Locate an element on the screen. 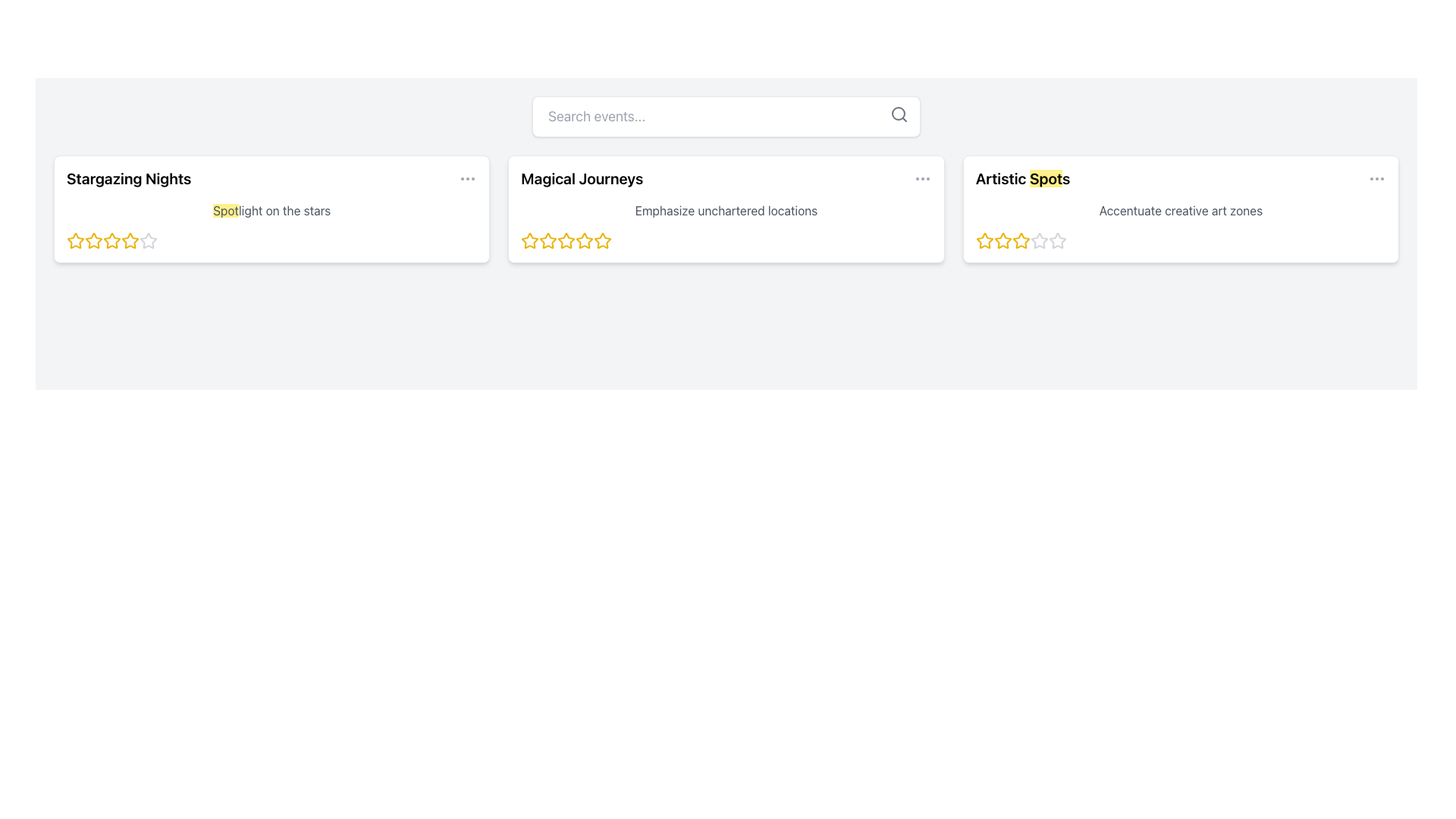 The image size is (1456, 819). the first star in the rating system below the title 'Magical Journeys' on the second card is located at coordinates (548, 240).